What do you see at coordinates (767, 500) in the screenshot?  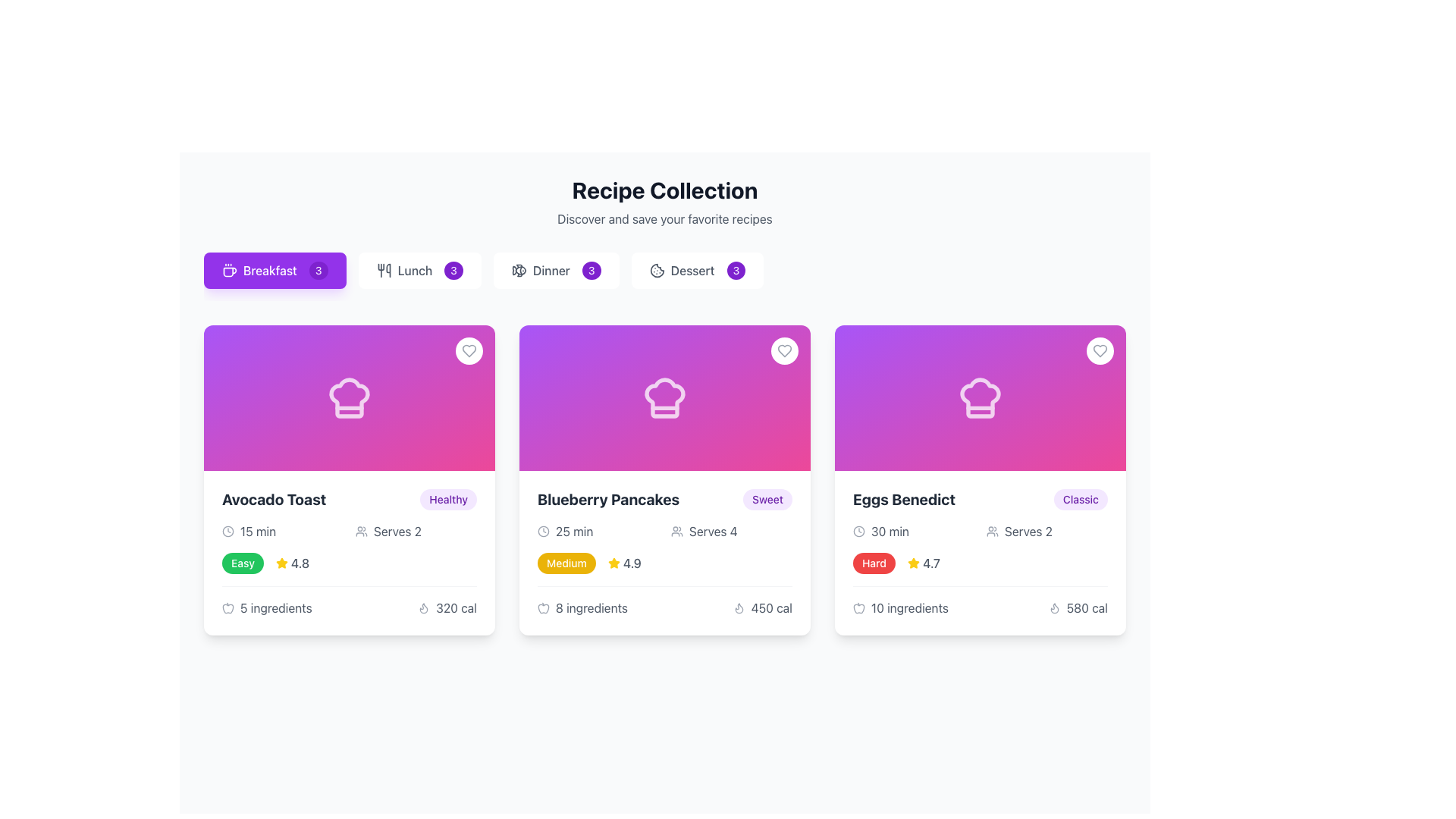 I see `the content of the pill-shaped label with a soft purple background and dark purple text that displays 'Sweet', located in the second card from the left, adjacent to the title 'Blueberry Pancakes'` at bounding box center [767, 500].